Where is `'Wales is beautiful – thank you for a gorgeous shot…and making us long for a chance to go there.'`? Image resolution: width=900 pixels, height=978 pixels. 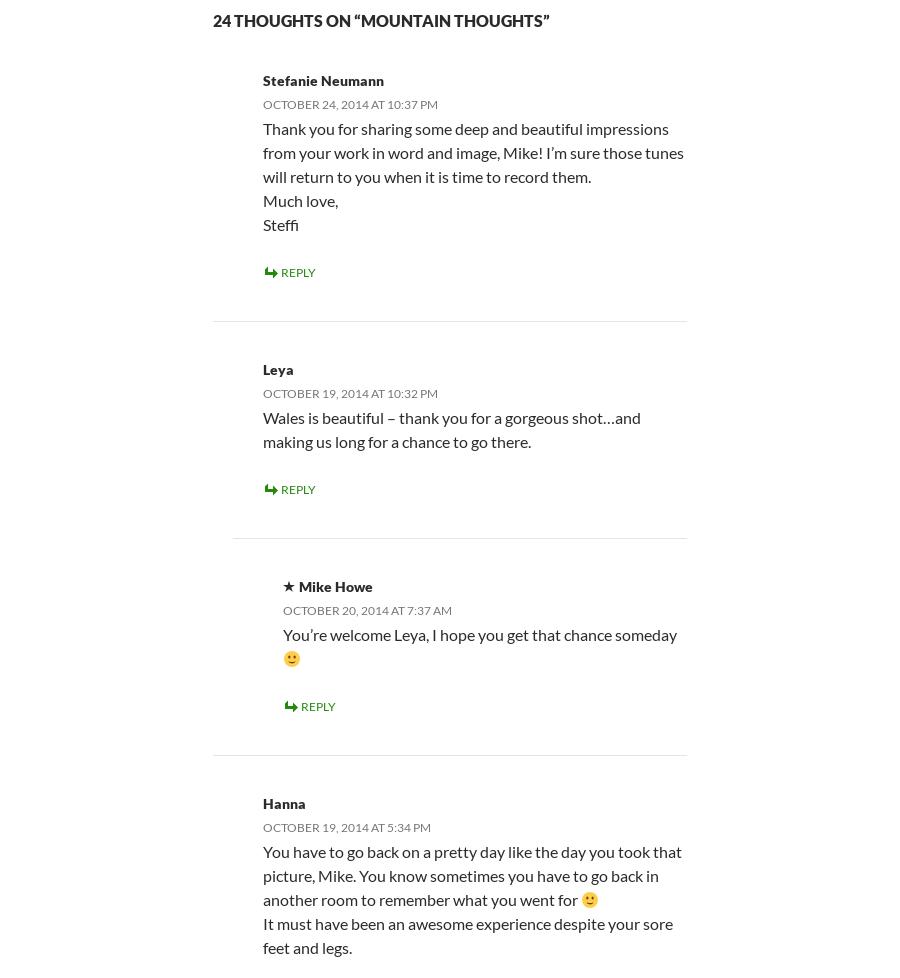
'Wales is beautiful – thank you for a gorgeous shot…and making us long for a chance to go there.' is located at coordinates (450, 427).